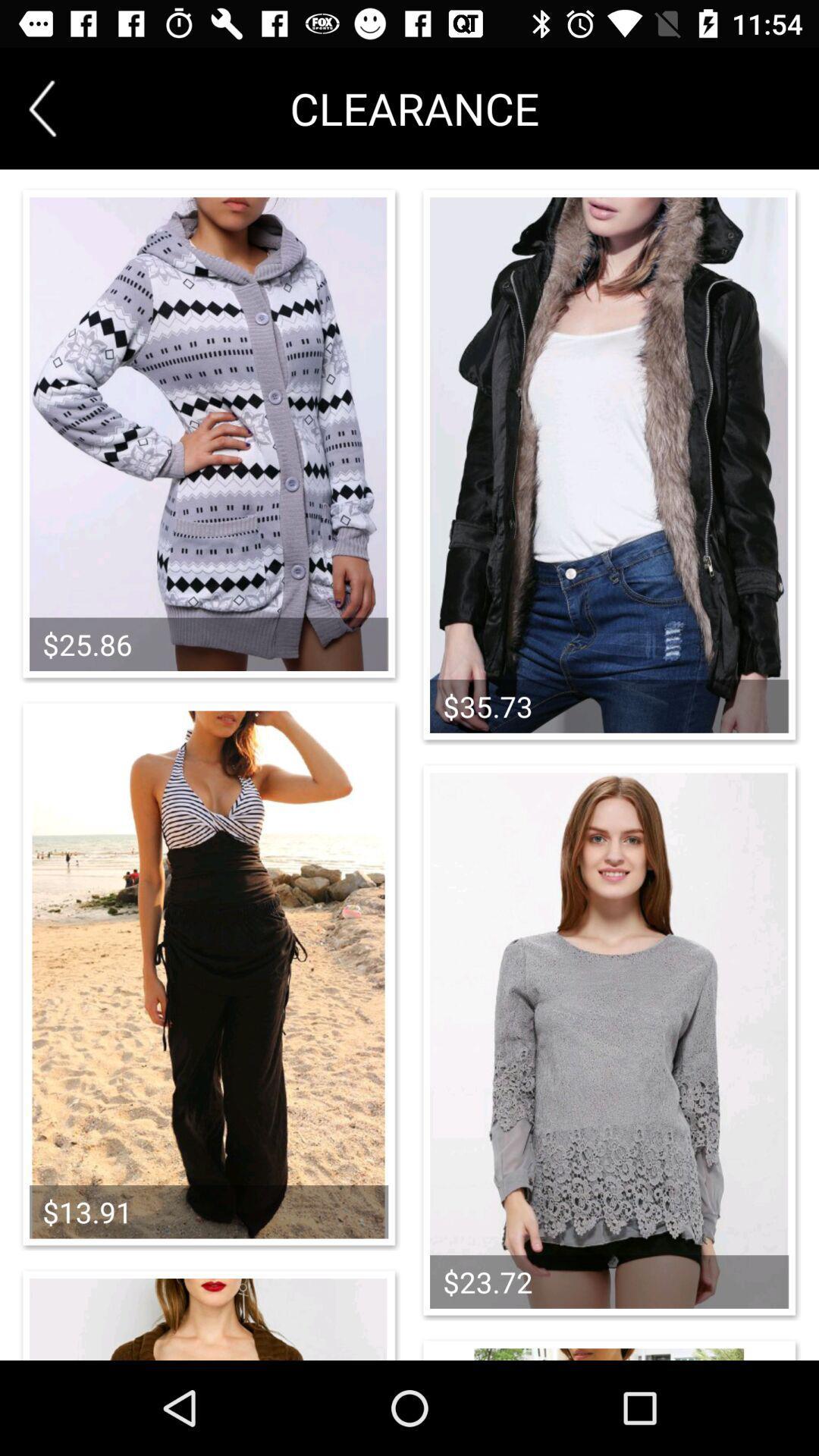 This screenshot has width=819, height=1456. Describe the element at coordinates (42, 108) in the screenshot. I see `item next to clearance` at that location.